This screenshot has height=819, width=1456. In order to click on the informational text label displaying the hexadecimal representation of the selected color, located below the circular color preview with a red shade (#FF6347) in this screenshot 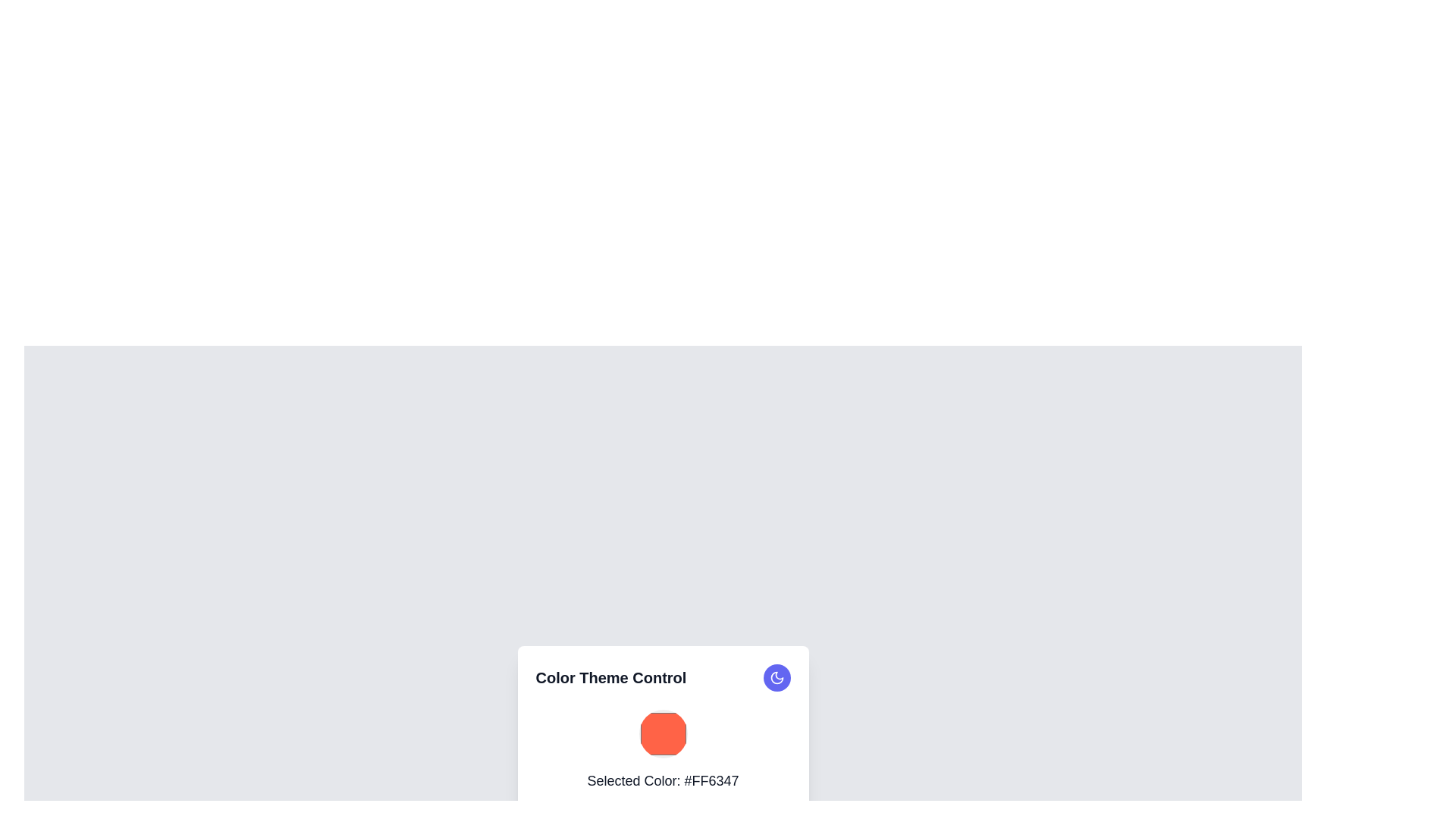, I will do `click(663, 780)`.